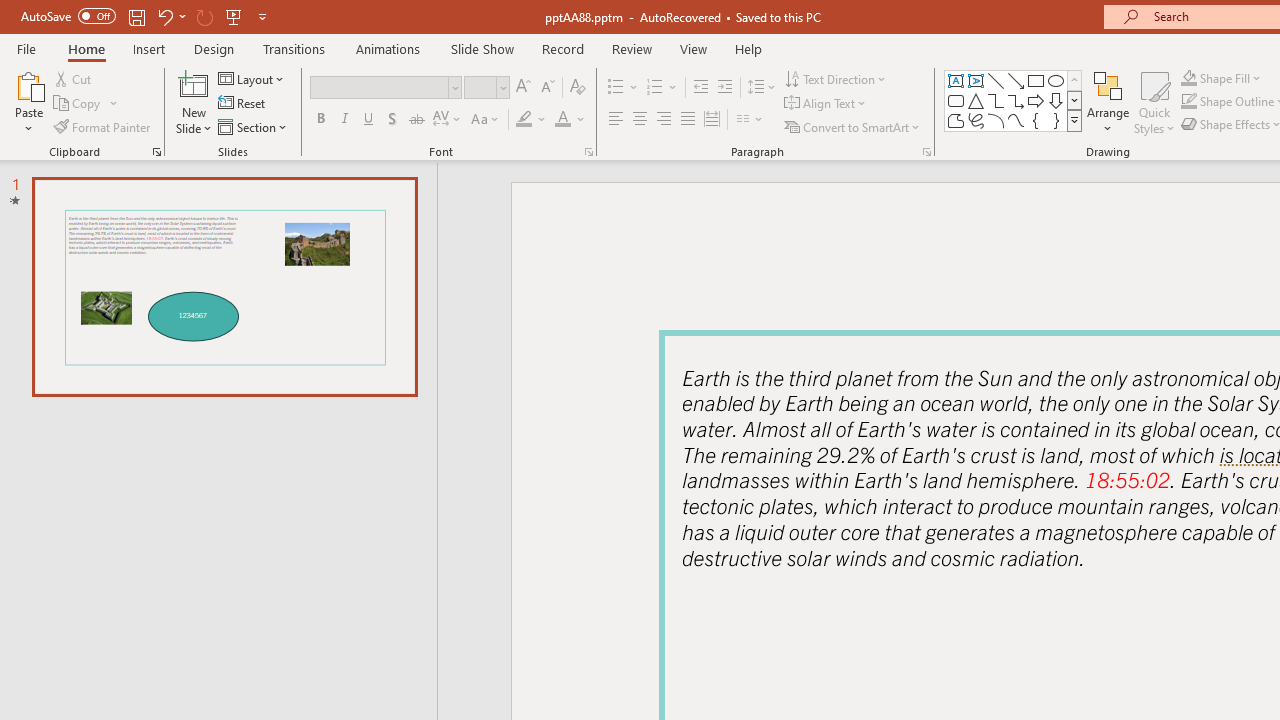  I want to click on 'Font...', so click(587, 150).